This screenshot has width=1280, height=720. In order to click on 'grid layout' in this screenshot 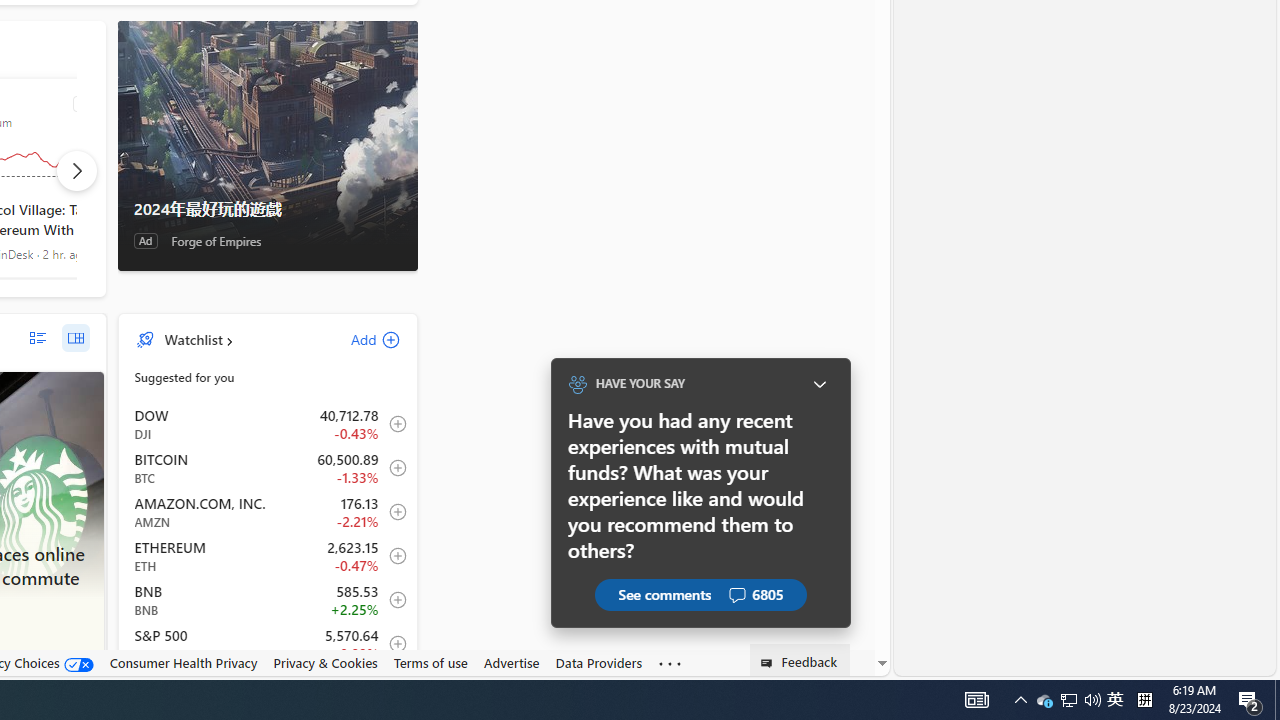, I will do `click(75, 337)`.